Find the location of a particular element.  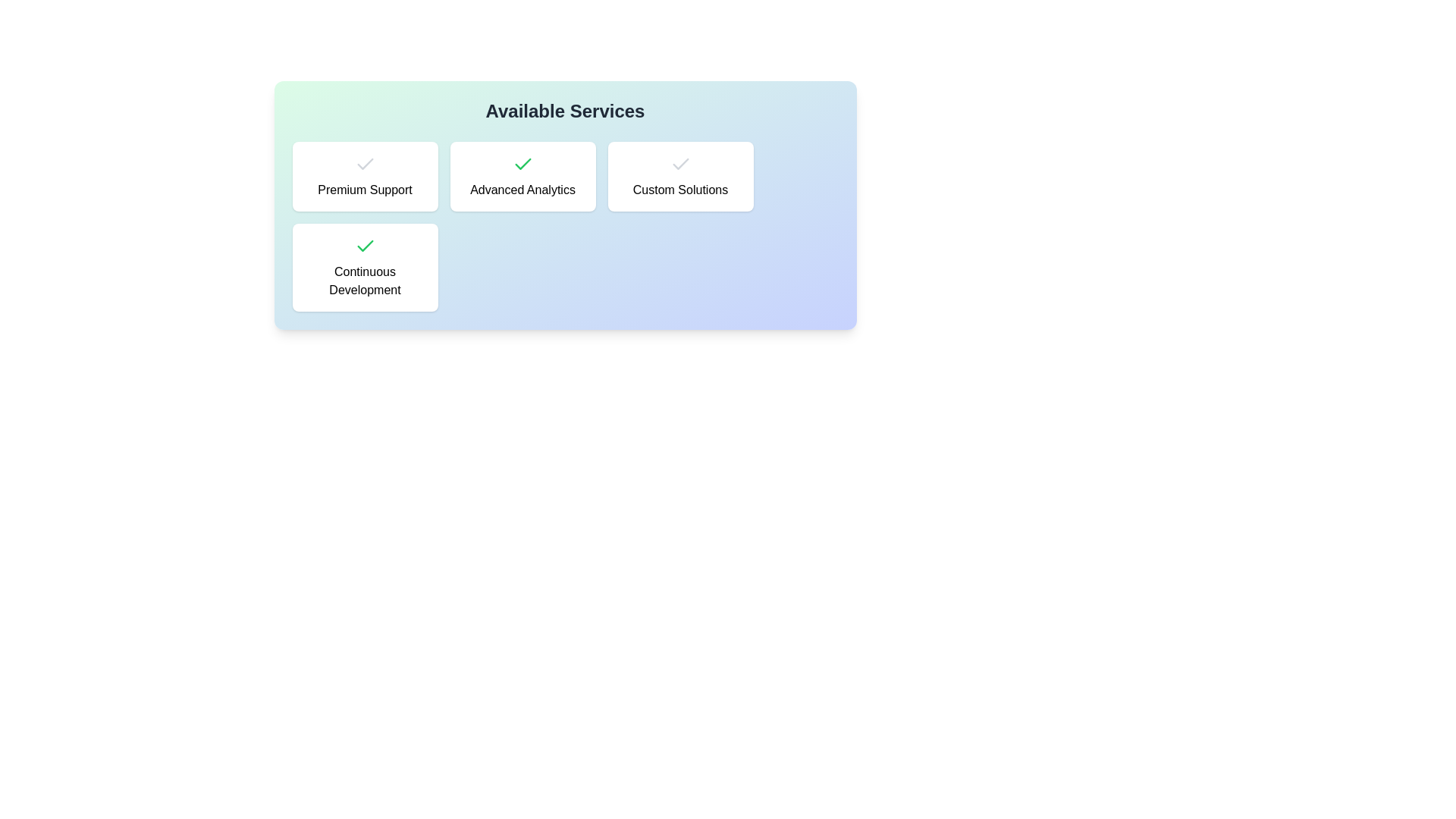

the status of the checkmark icon located in the 'Advanced Analytics' box, which indicates a confirmation or positive status in the 'Available Services' section is located at coordinates (679, 164).